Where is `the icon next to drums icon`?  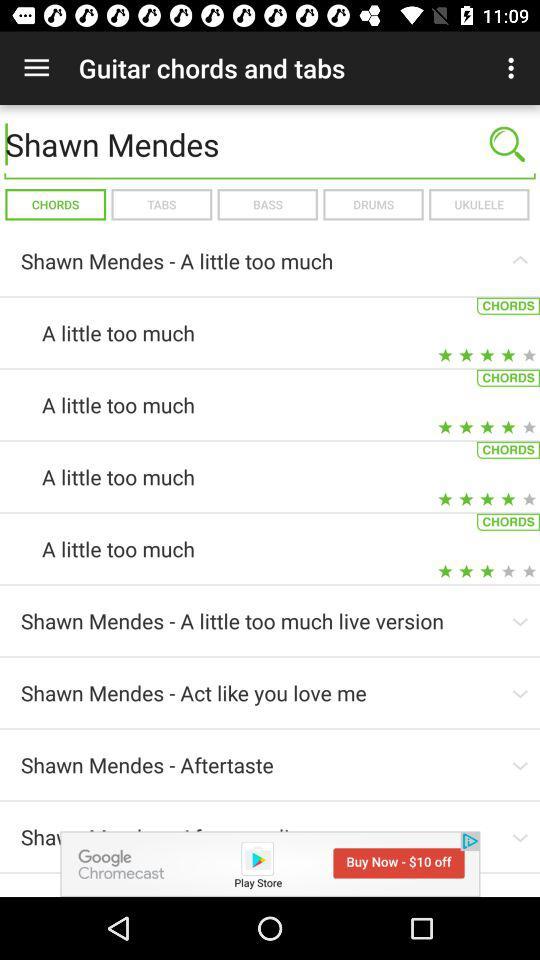
the icon next to drums icon is located at coordinates (267, 204).